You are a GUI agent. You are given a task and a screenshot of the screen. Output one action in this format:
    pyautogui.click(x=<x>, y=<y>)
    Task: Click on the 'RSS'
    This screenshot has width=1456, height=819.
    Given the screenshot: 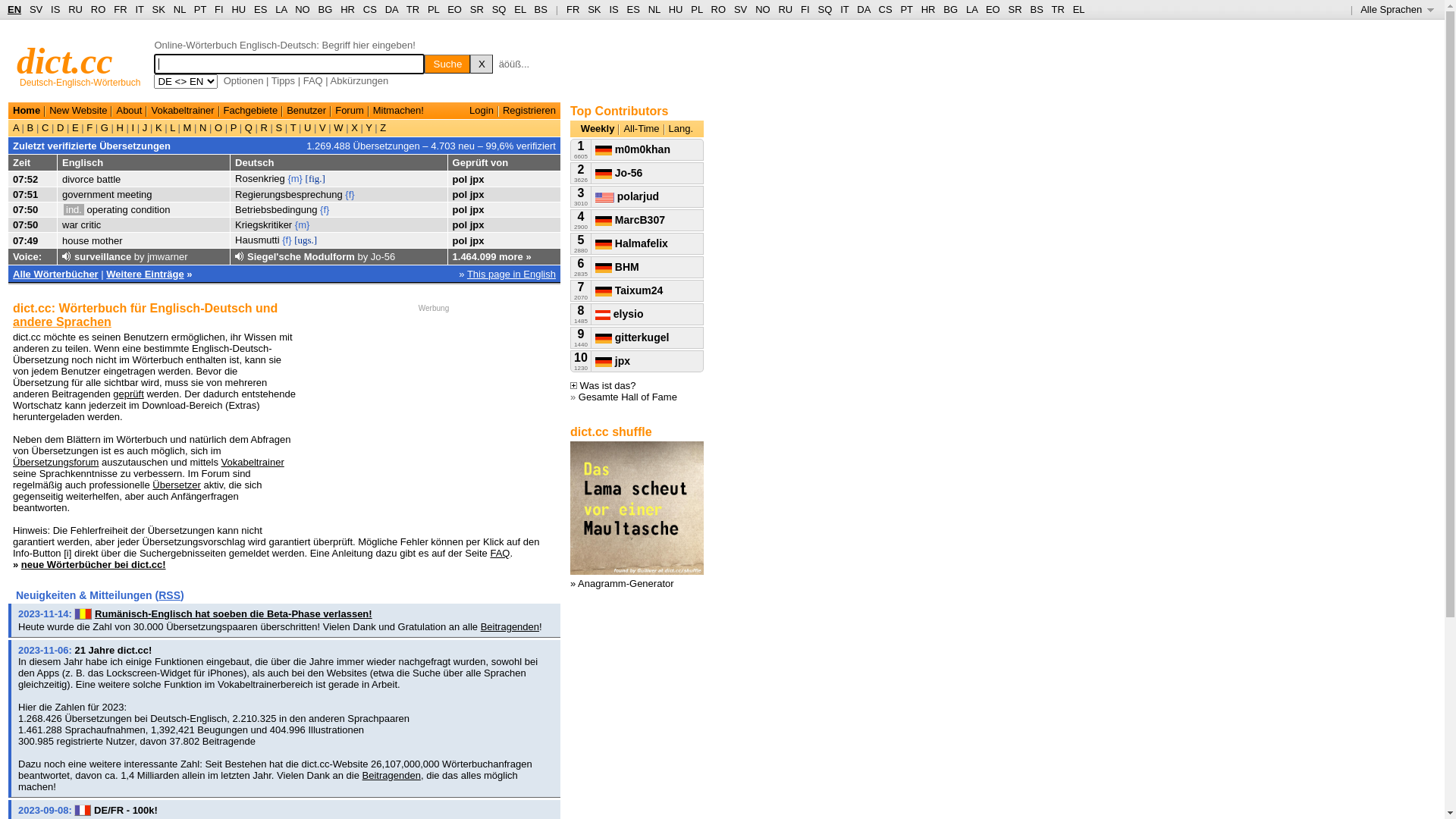 What is the action you would take?
    pyautogui.click(x=169, y=595)
    